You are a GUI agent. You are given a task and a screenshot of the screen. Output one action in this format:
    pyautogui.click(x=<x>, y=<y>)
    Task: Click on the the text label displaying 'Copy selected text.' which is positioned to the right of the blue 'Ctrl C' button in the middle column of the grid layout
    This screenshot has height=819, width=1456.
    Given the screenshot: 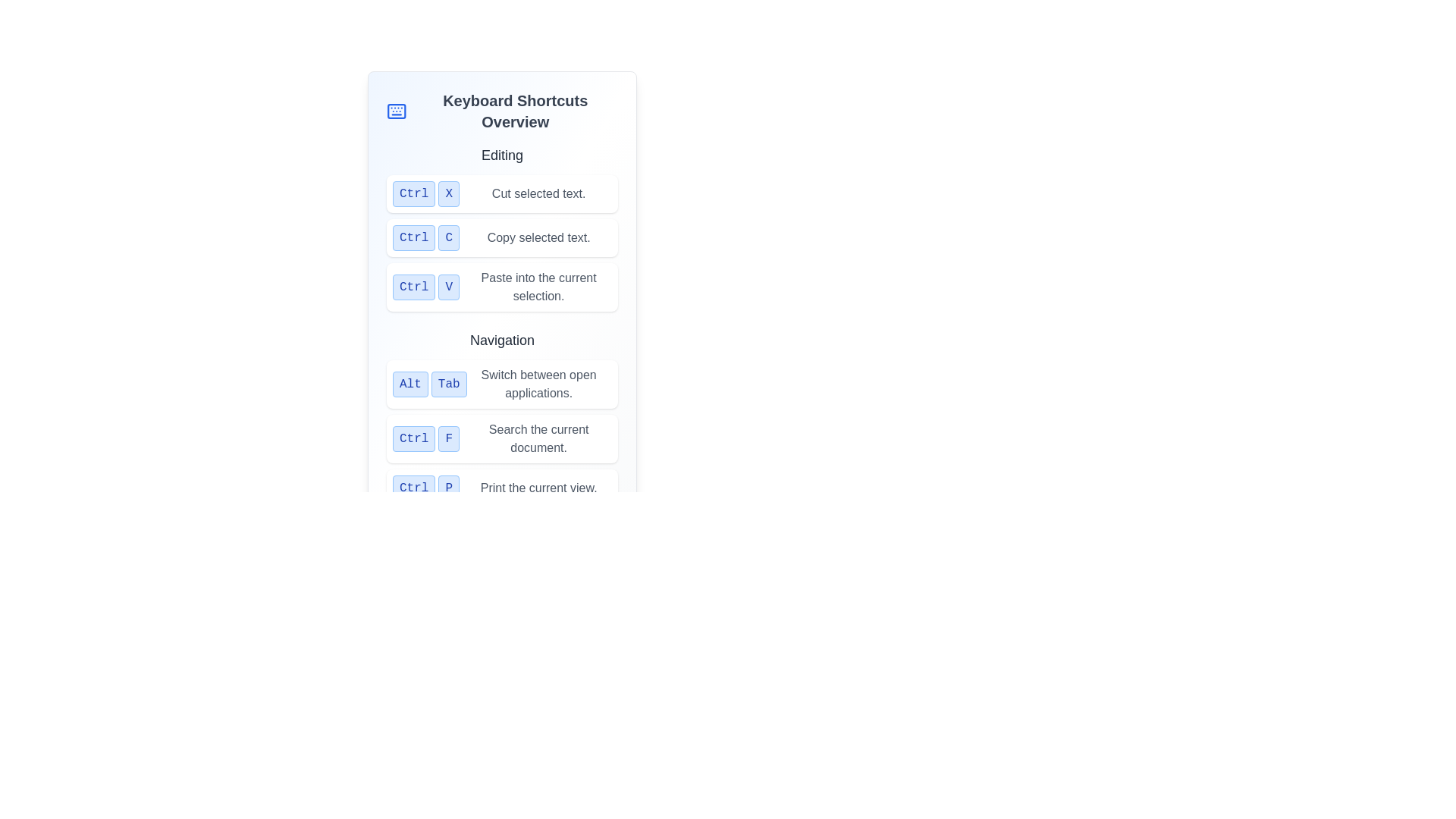 What is the action you would take?
    pyautogui.click(x=538, y=237)
    